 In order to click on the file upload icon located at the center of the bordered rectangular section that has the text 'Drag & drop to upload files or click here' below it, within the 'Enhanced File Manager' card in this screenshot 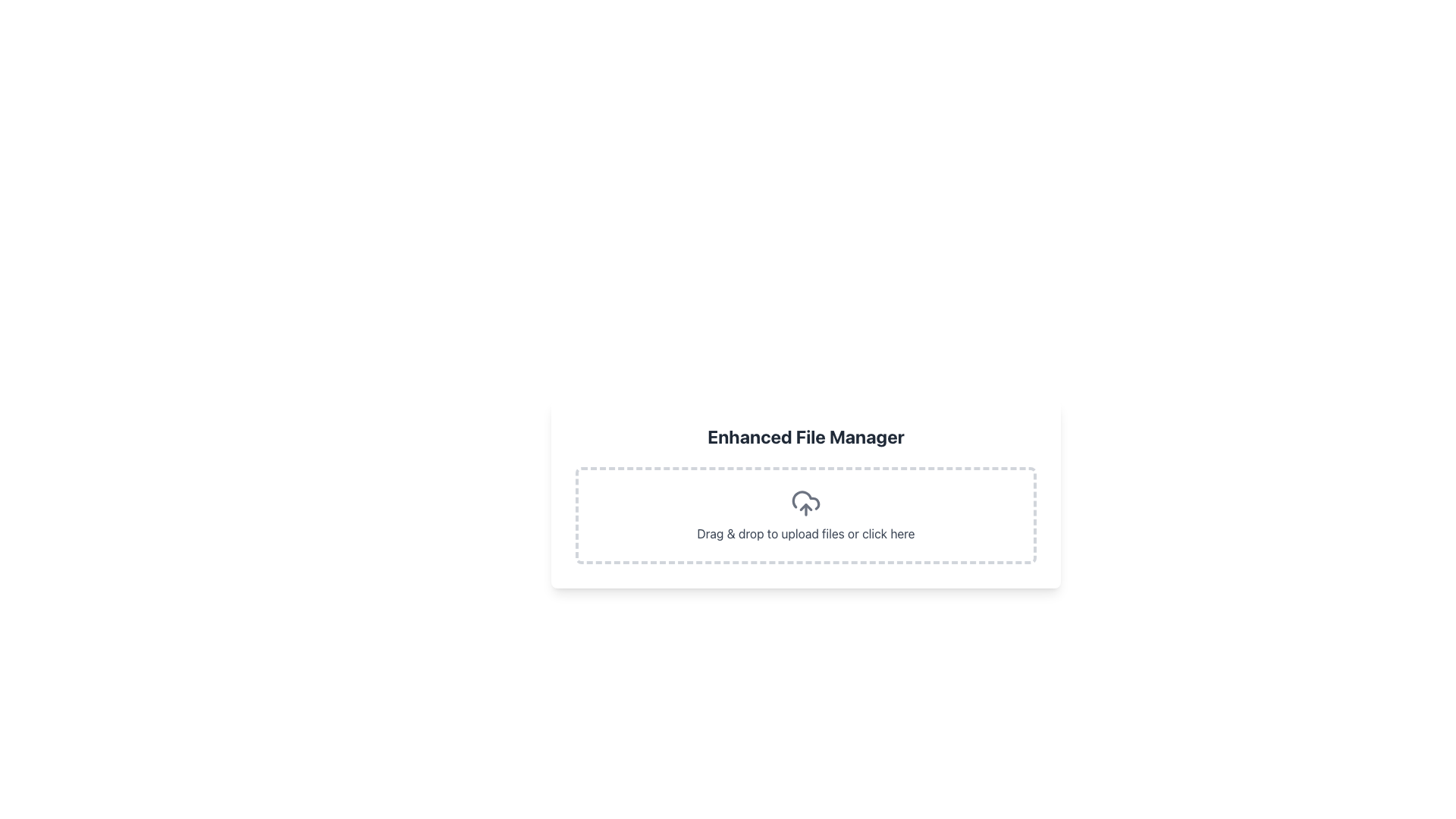, I will do `click(805, 503)`.